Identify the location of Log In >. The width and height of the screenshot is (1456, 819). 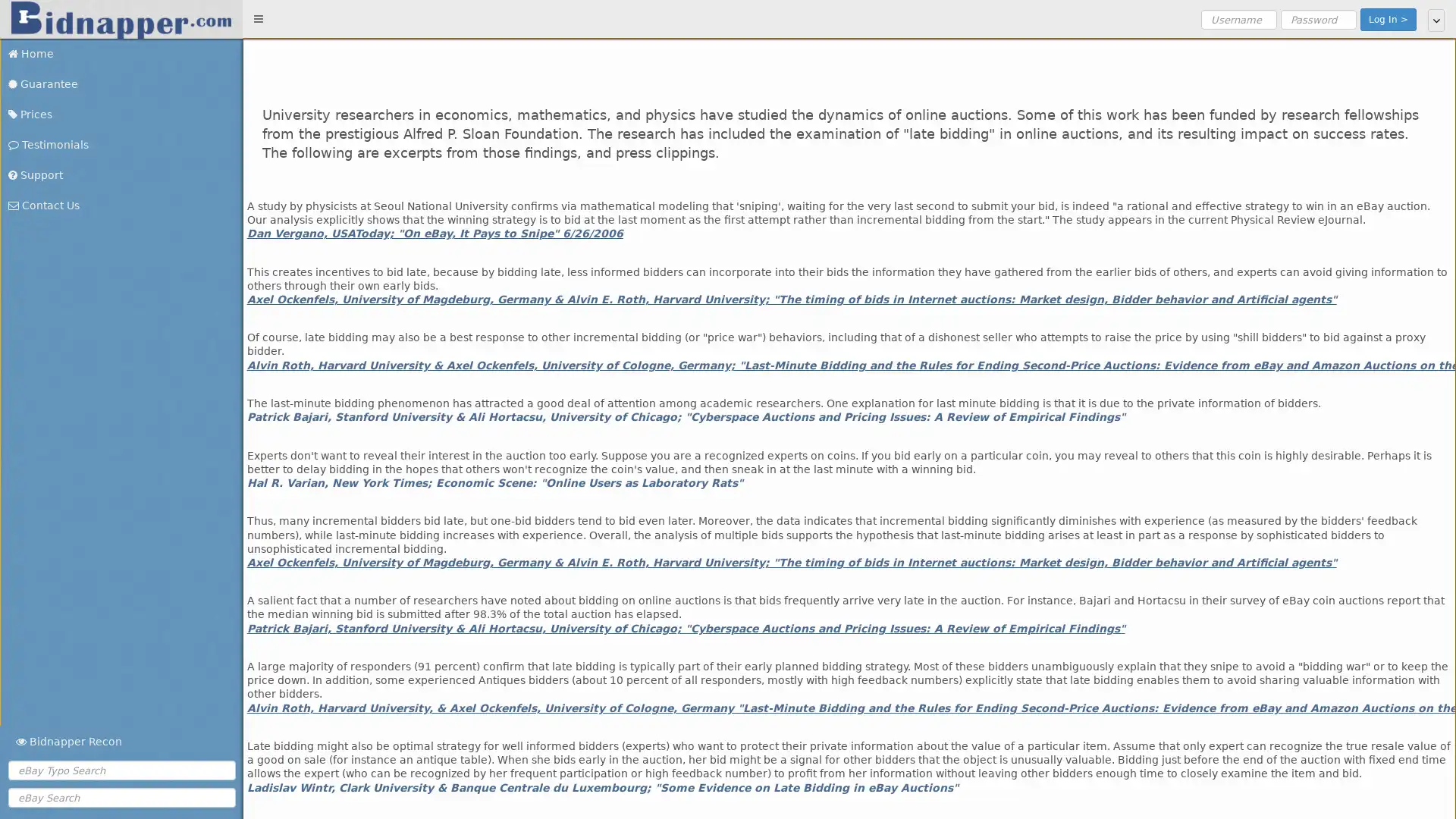
(1388, 20).